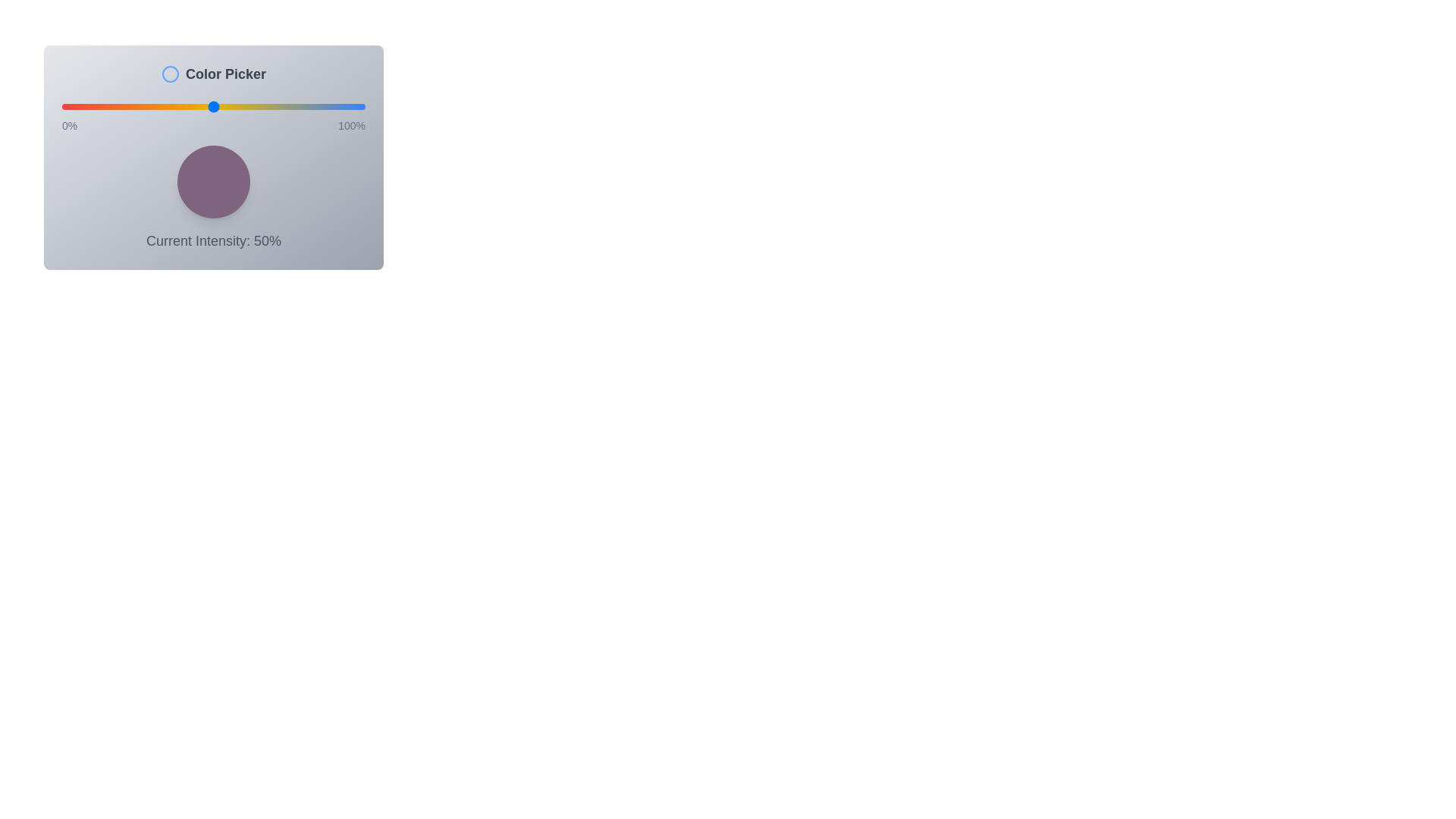 The image size is (1456, 819). What do you see at coordinates (359, 106) in the screenshot?
I see `the intensity slider to 98%` at bounding box center [359, 106].